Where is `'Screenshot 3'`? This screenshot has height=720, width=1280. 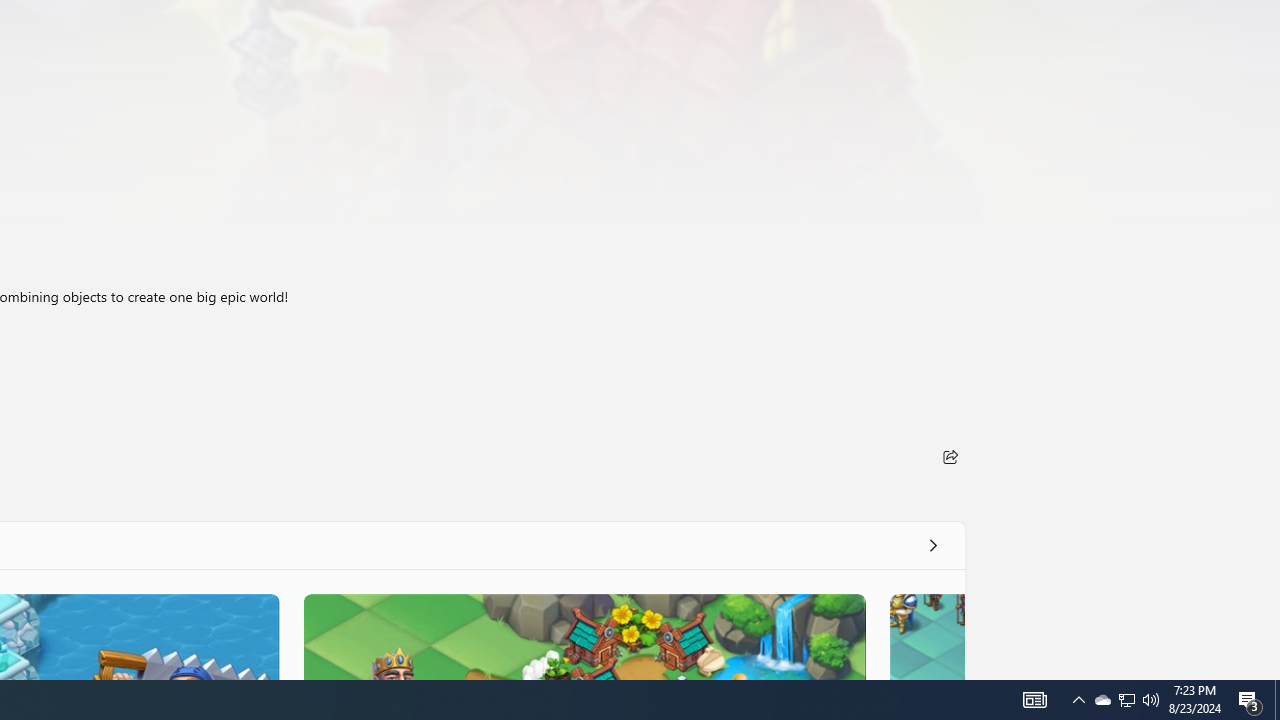
'Screenshot 3' is located at coordinates (583, 636).